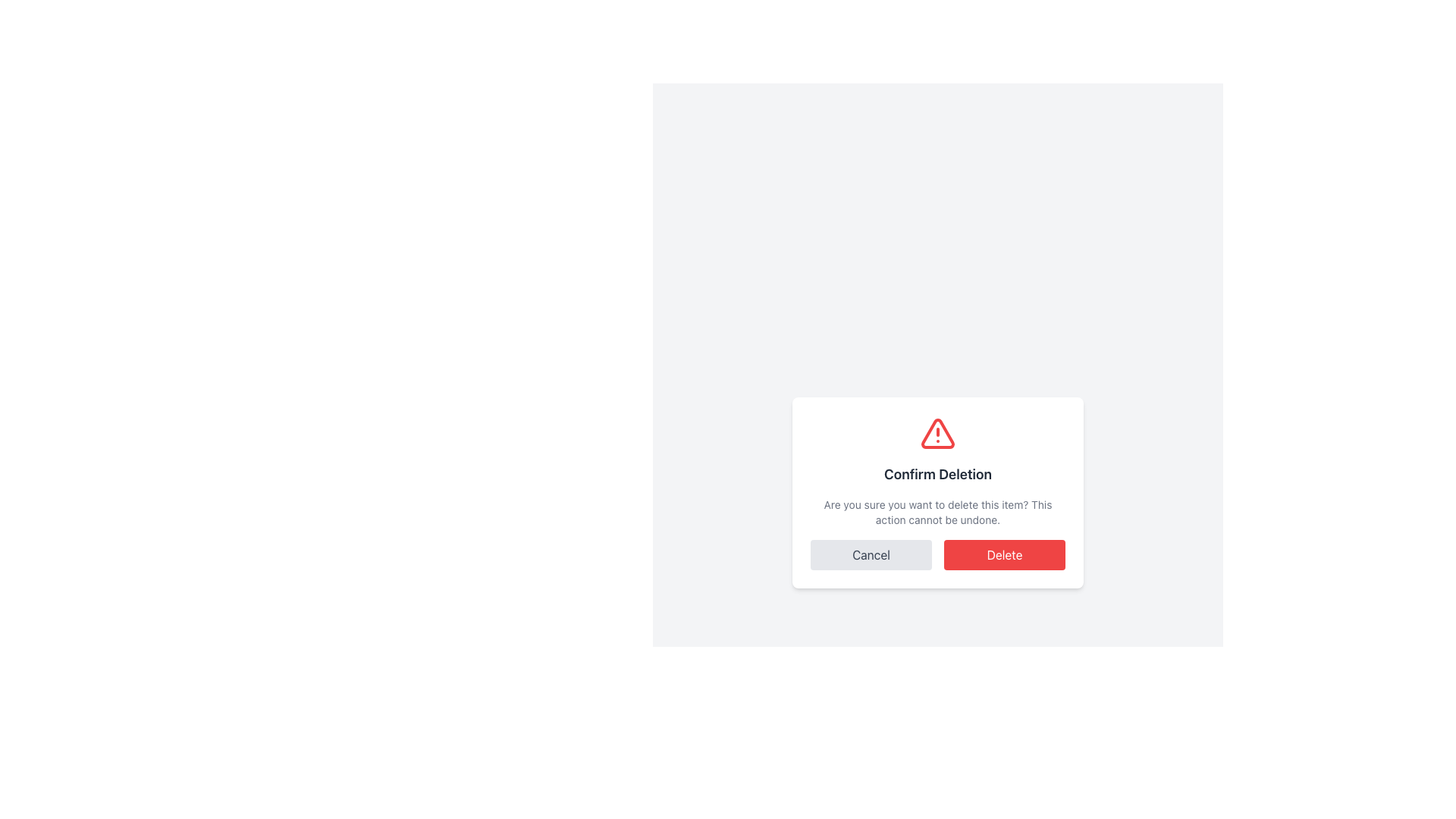  What do you see at coordinates (1004, 555) in the screenshot?
I see `the red 'Delete' button located` at bounding box center [1004, 555].